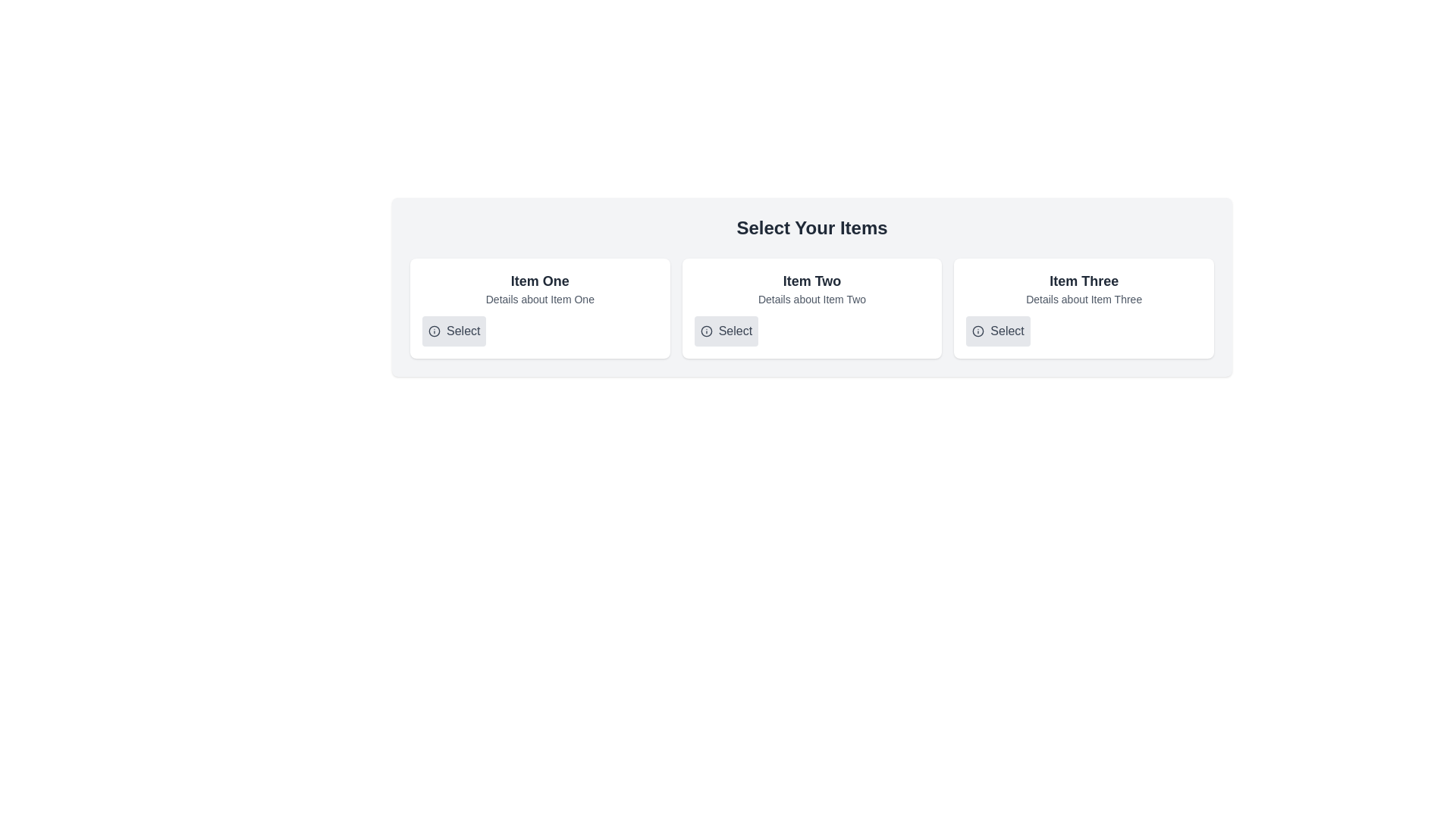  What do you see at coordinates (433, 330) in the screenshot?
I see `the circular SVG graphical icon component with a stroke outline, located adjacent to the 'Select' button under 'Item One'` at bounding box center [433, 330].